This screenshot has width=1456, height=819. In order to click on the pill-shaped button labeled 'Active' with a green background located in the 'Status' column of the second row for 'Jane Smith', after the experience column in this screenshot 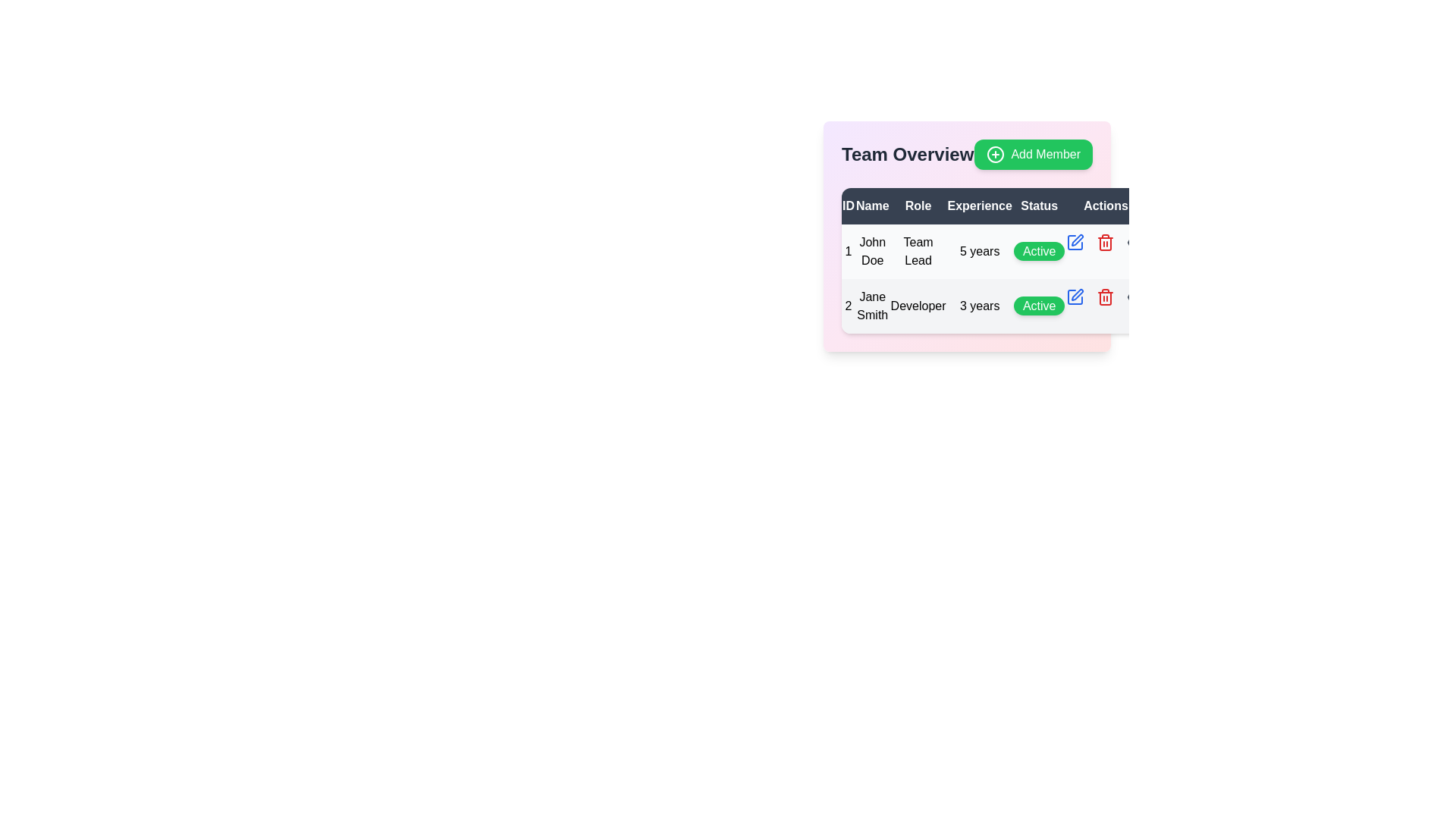, I will do `click(1038, 306)`.